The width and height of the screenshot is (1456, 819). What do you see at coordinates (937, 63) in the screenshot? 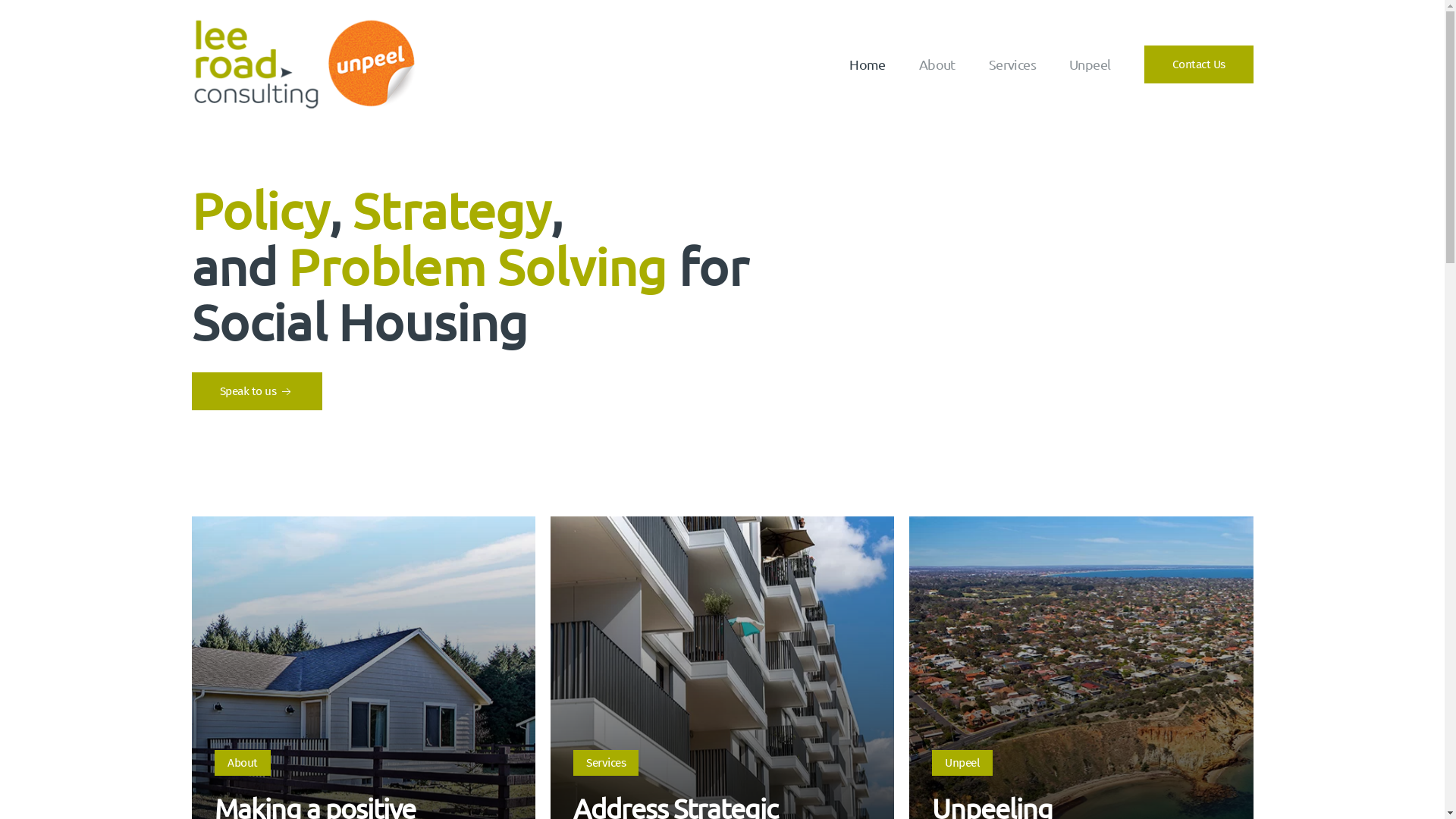
I see `'About'` at bounding box center [937, 63].